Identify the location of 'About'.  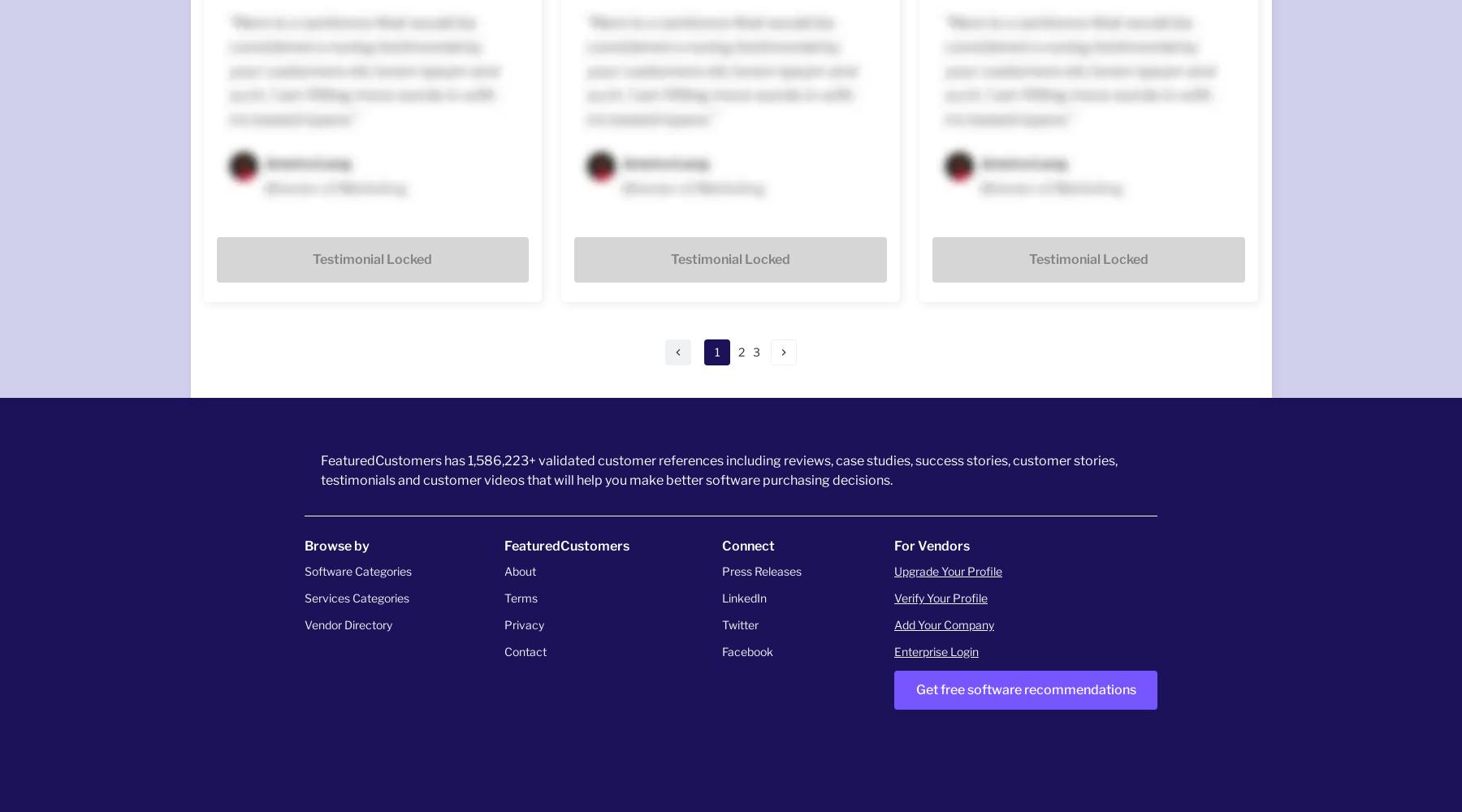
(520, 569).